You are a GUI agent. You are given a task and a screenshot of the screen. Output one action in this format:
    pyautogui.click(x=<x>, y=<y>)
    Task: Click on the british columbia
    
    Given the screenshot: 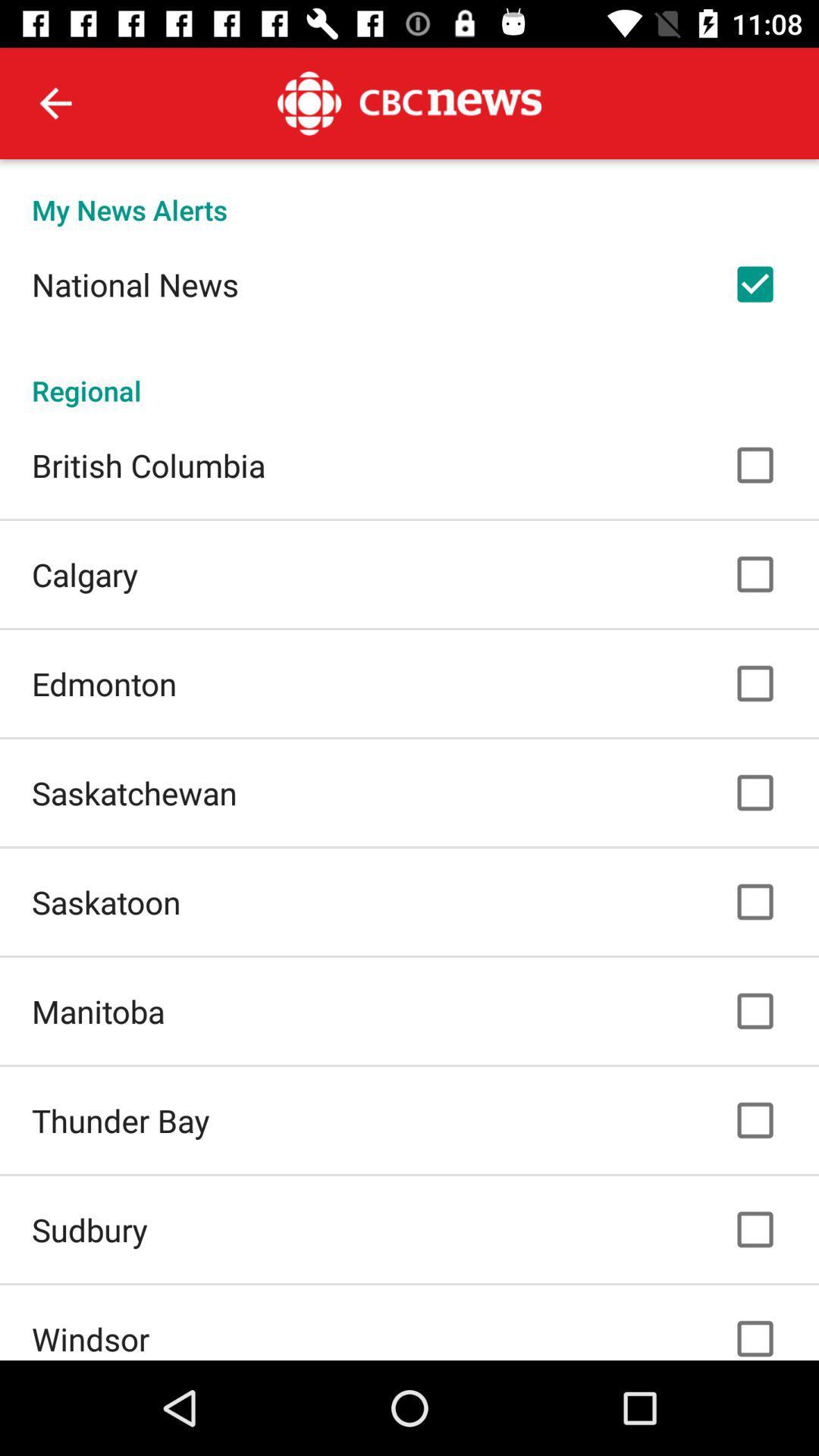 What is the action you would take?
    pyautogui.click(x=149, y=464)
    